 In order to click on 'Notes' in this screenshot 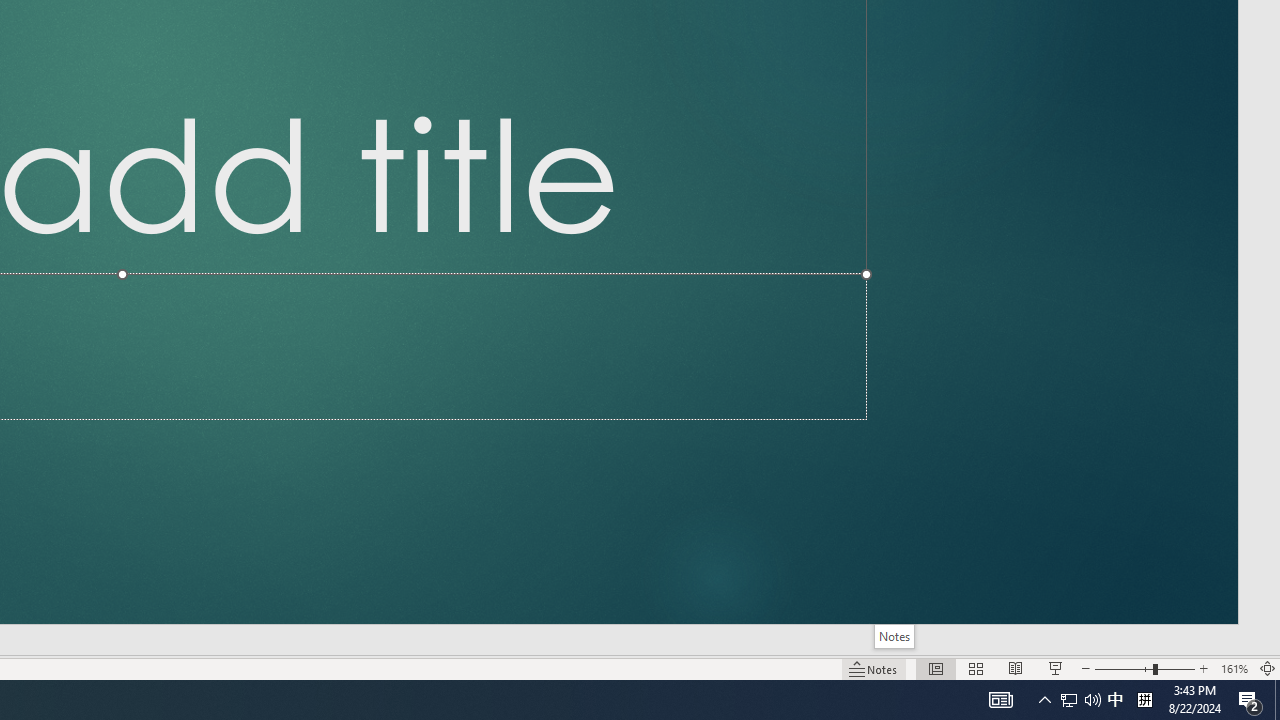, I will do `click(893, 636)`.